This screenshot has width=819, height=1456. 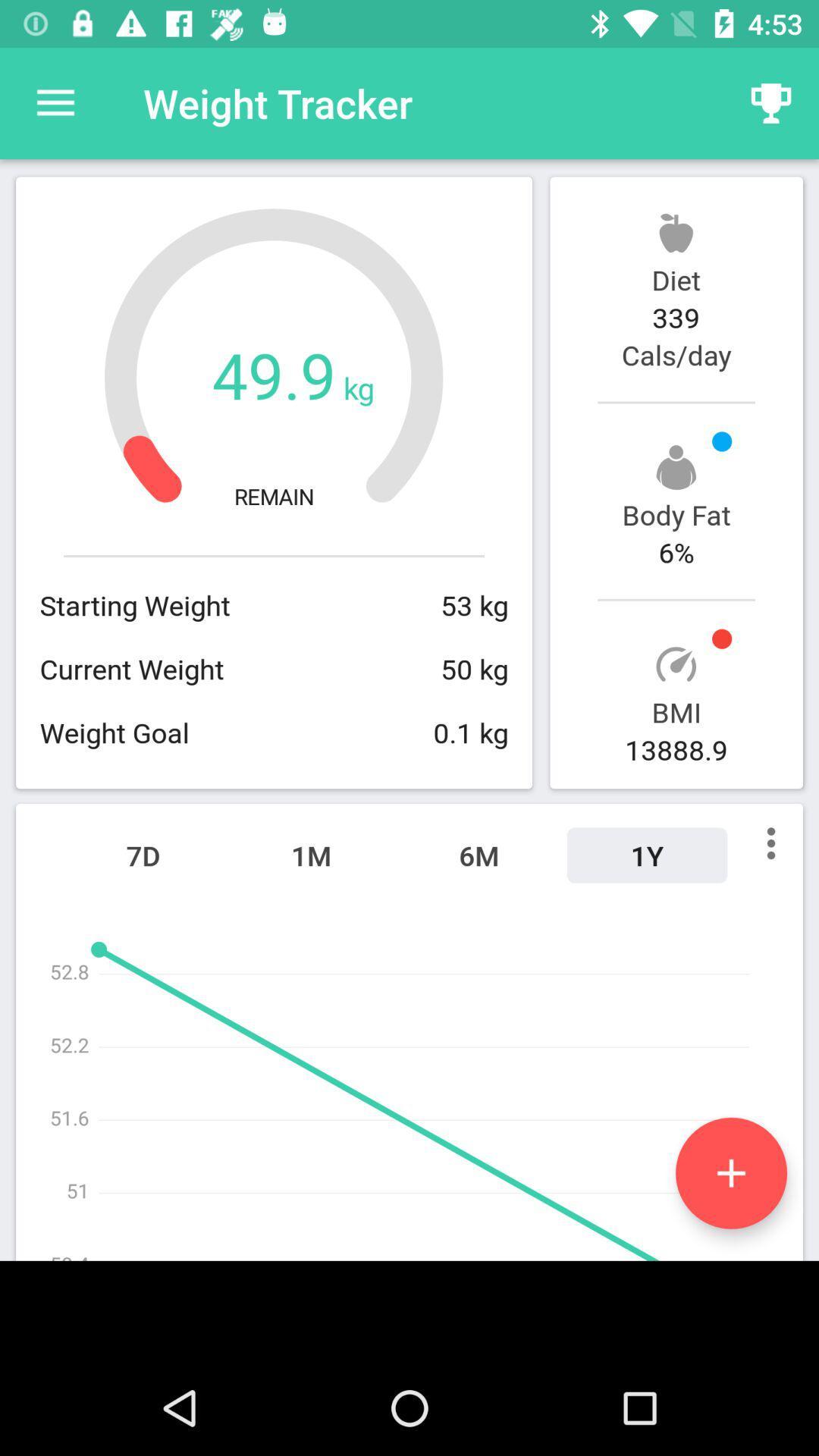 What do you see at coordinates (730, 1172) in the screenshot?
I see `set new weight objective` at bounding box center [730, 1172].